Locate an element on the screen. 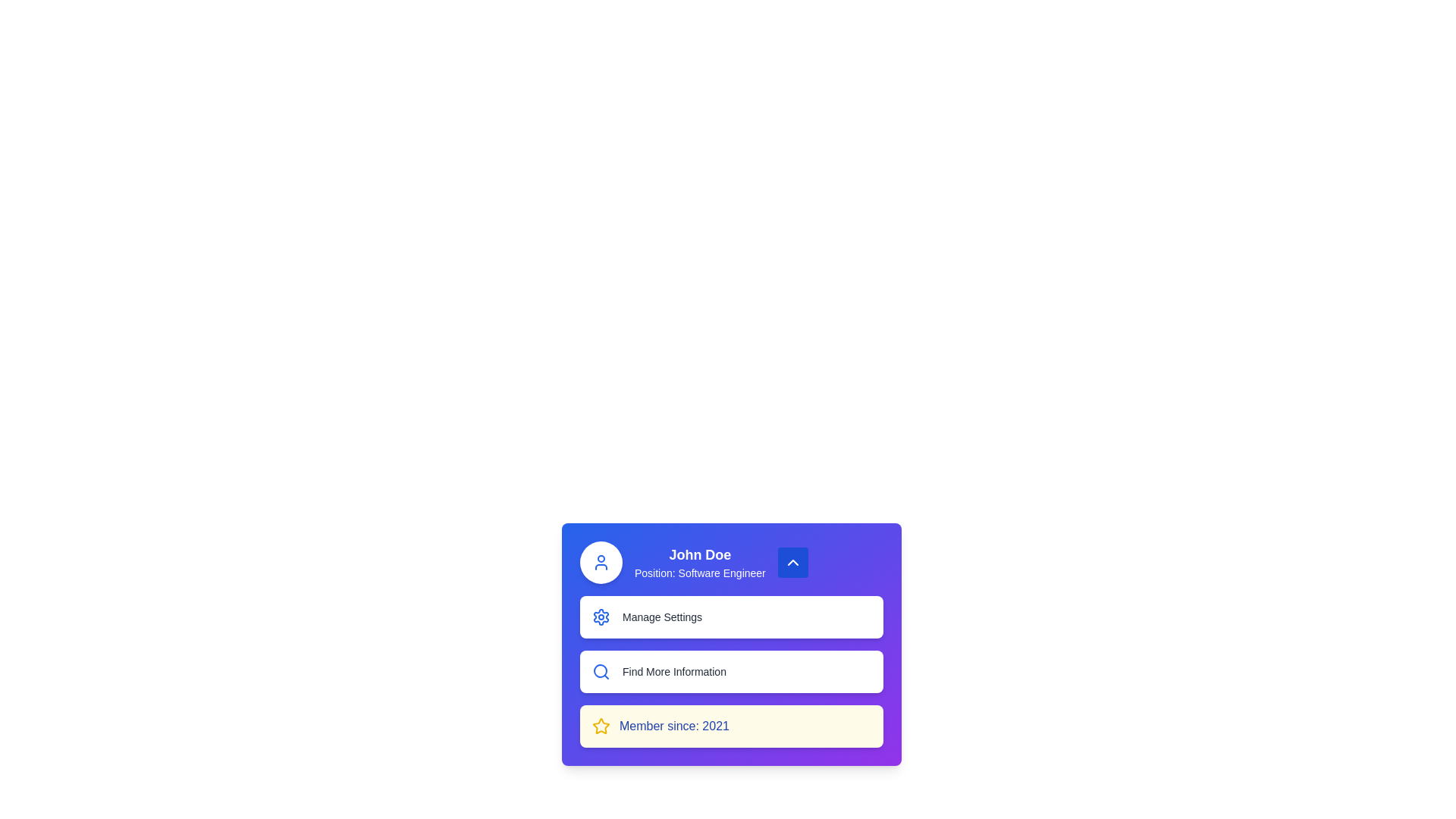  the Profile header section is located at coordinates (731, 562).